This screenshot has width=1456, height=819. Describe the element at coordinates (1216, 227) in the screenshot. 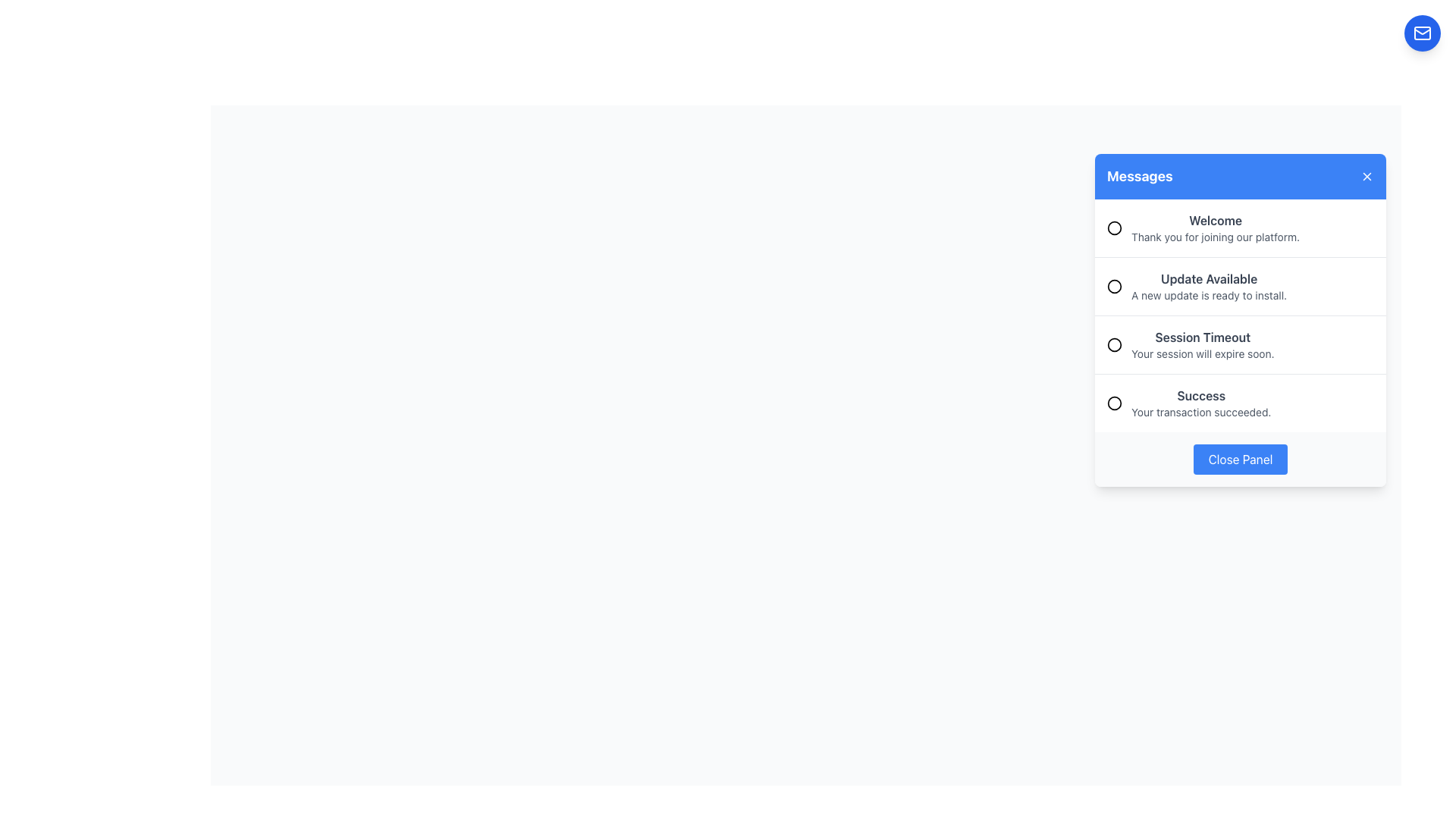

I see `welcome message displayed in the text block located in the 'Messages' card, which is the first item in a vertical list next to a circular icon` at that location.